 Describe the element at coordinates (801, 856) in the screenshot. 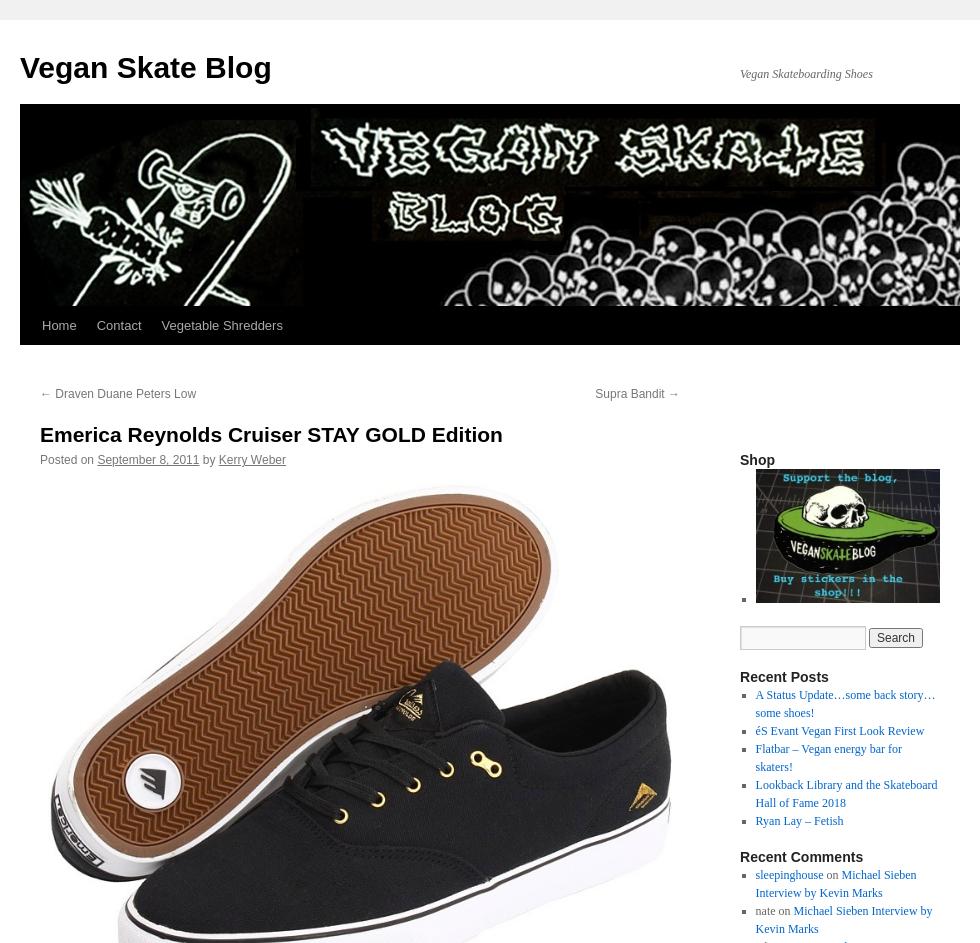

I see `'Recent Comments'` at that location.